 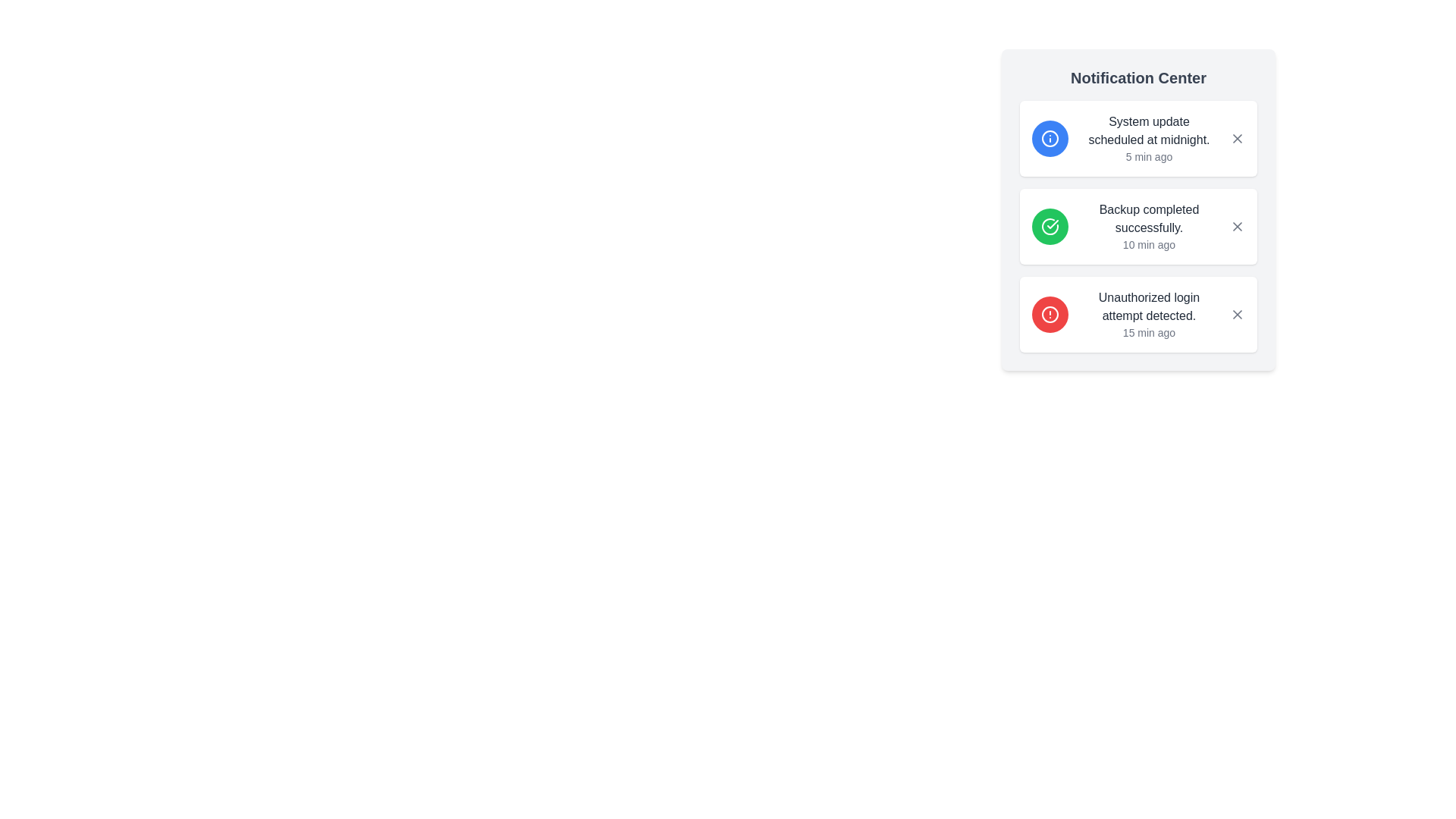 I want to click on the Timestamp label that shows the elapsed time since the 'Unauthorized login attempt detected.' notification event. This element is located in the bottom-right corner of the notification entry and is purely informative, so click(x=1149, y=332).